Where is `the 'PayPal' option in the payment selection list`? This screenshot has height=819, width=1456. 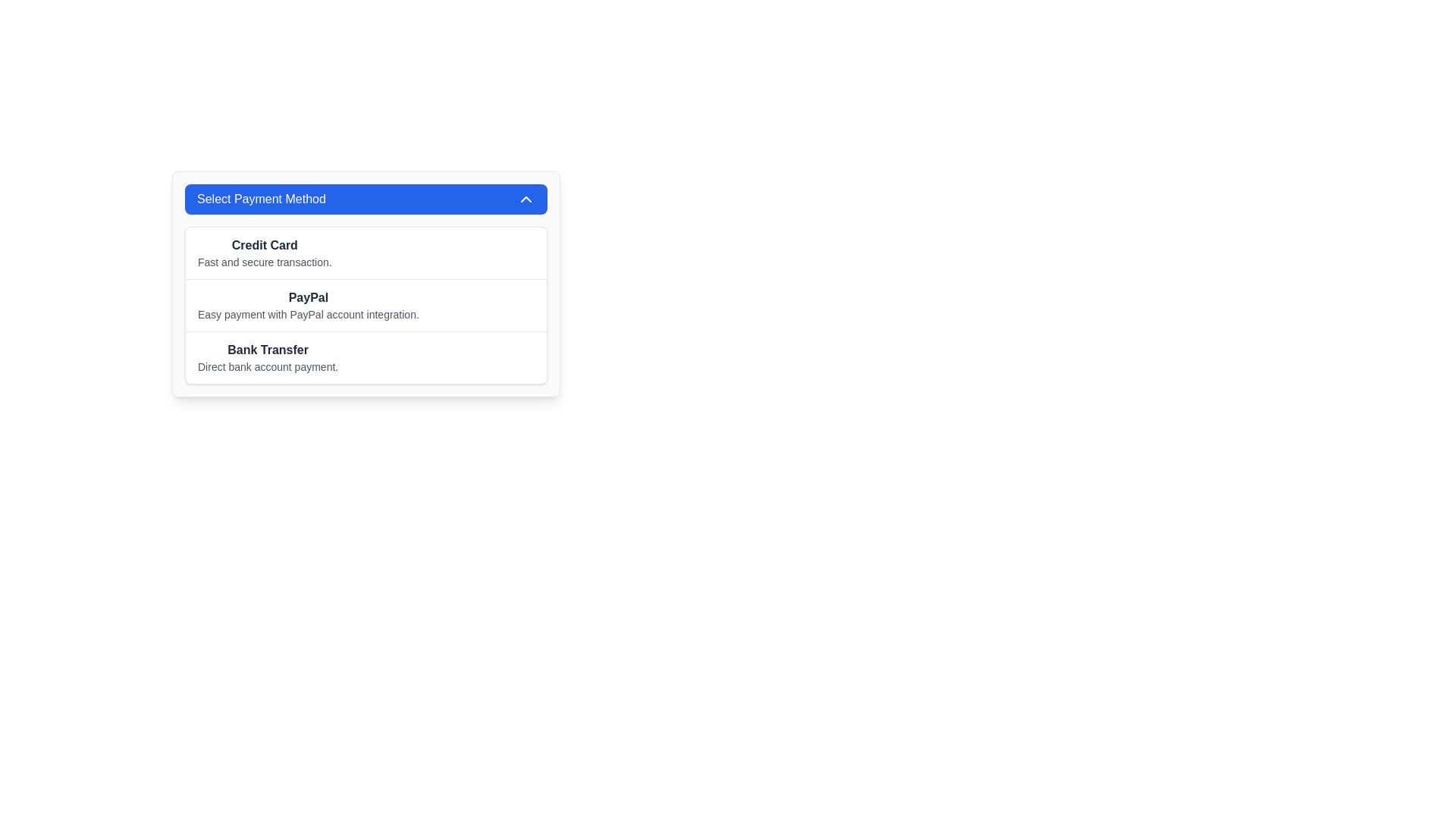 the 'PayPal' option in the payment selection list is located at coordinates (366, 284).